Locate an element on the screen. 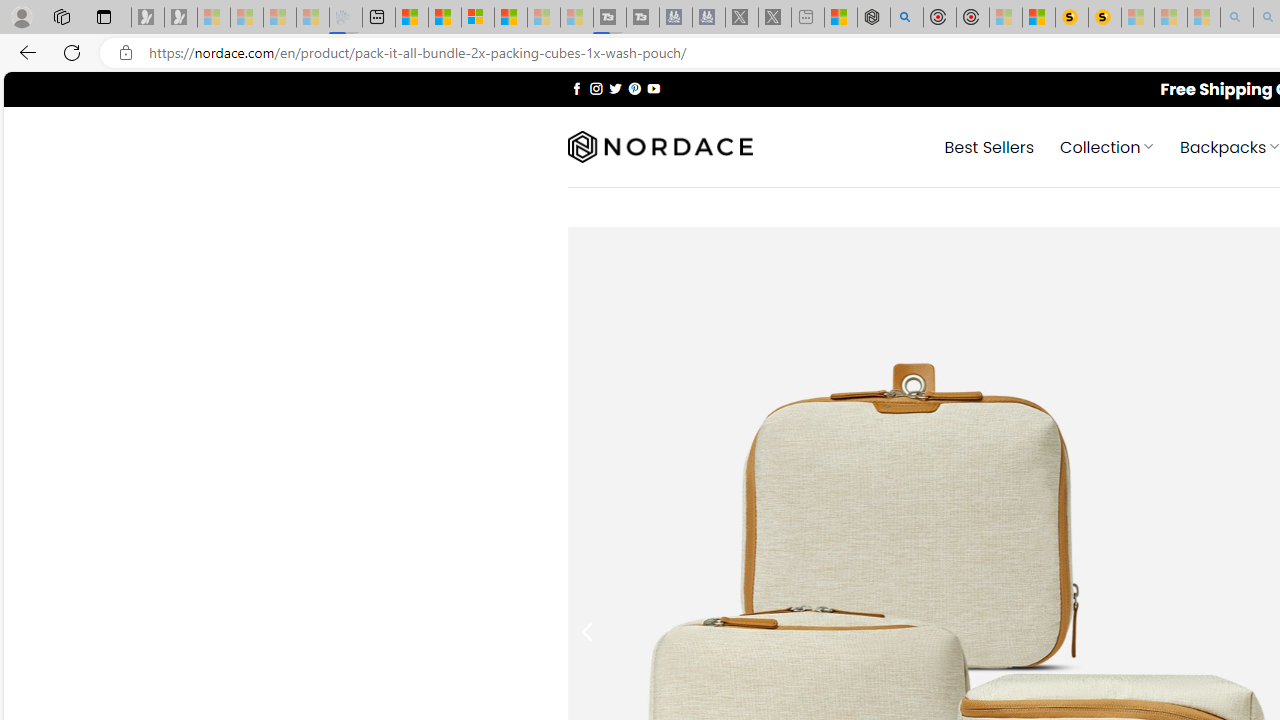 The height and width of the screenshot is (720, 1280). 'Nordace - Summer Adventures 2024' is located at coordinates (873, 17).